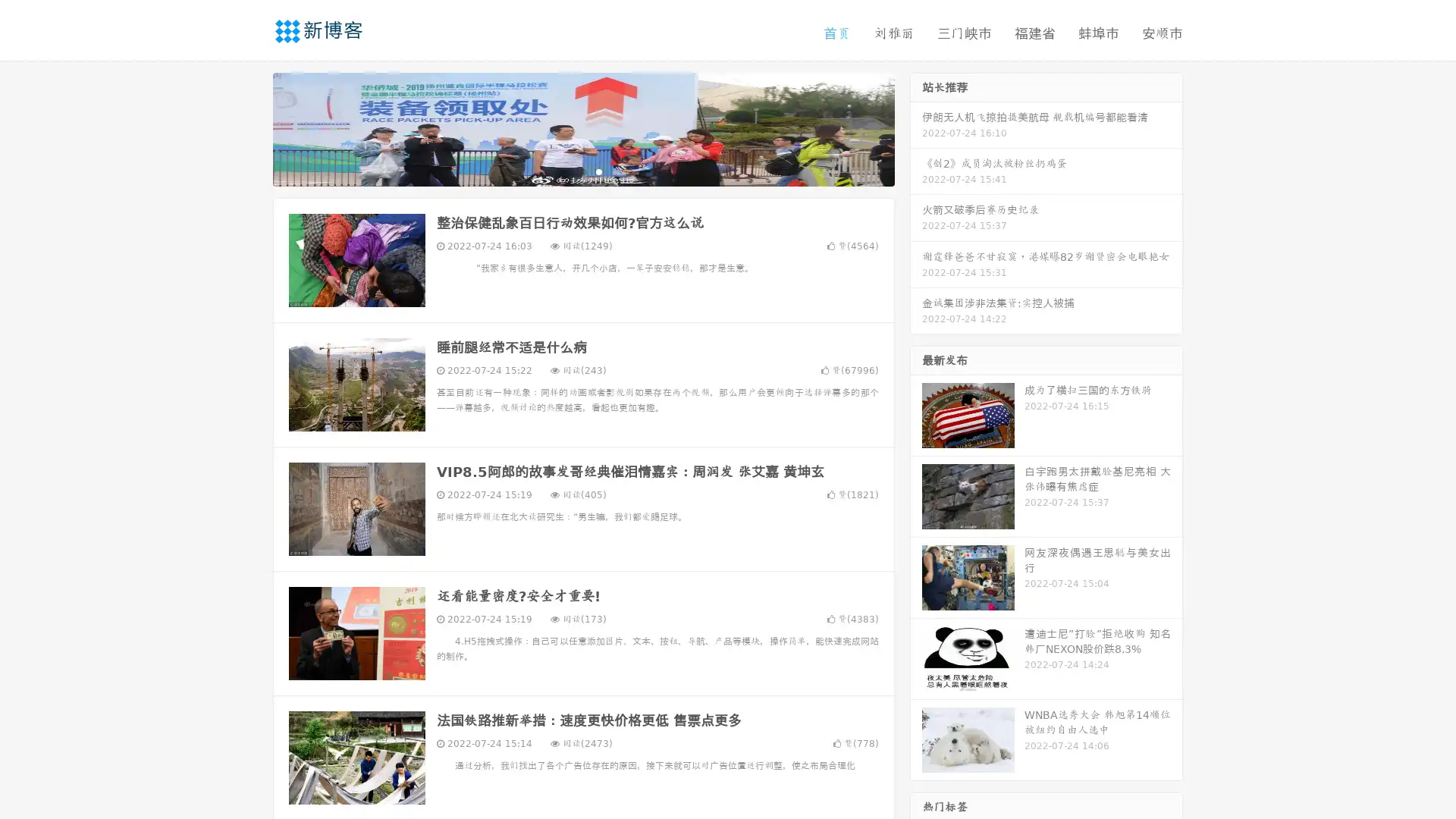 The height and width of the screenshot is (819, 1456). What do you see at coordinates (598, 171) in the screenshot?
I see `Go to slide 3` at bounding box center [598, 171].